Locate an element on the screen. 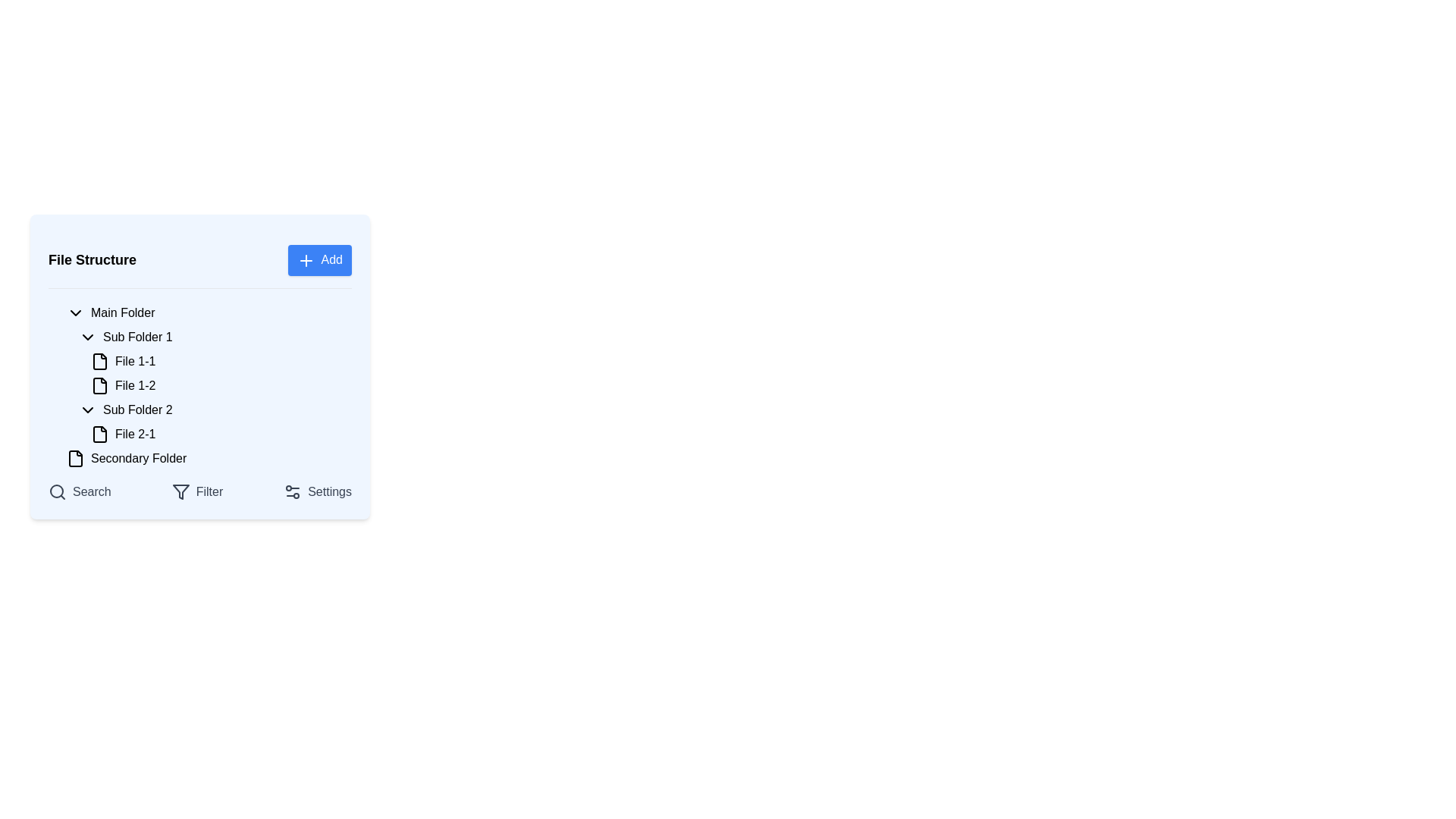  the text label for the file named 'File 2-1' is located at coordinates (135, 434).